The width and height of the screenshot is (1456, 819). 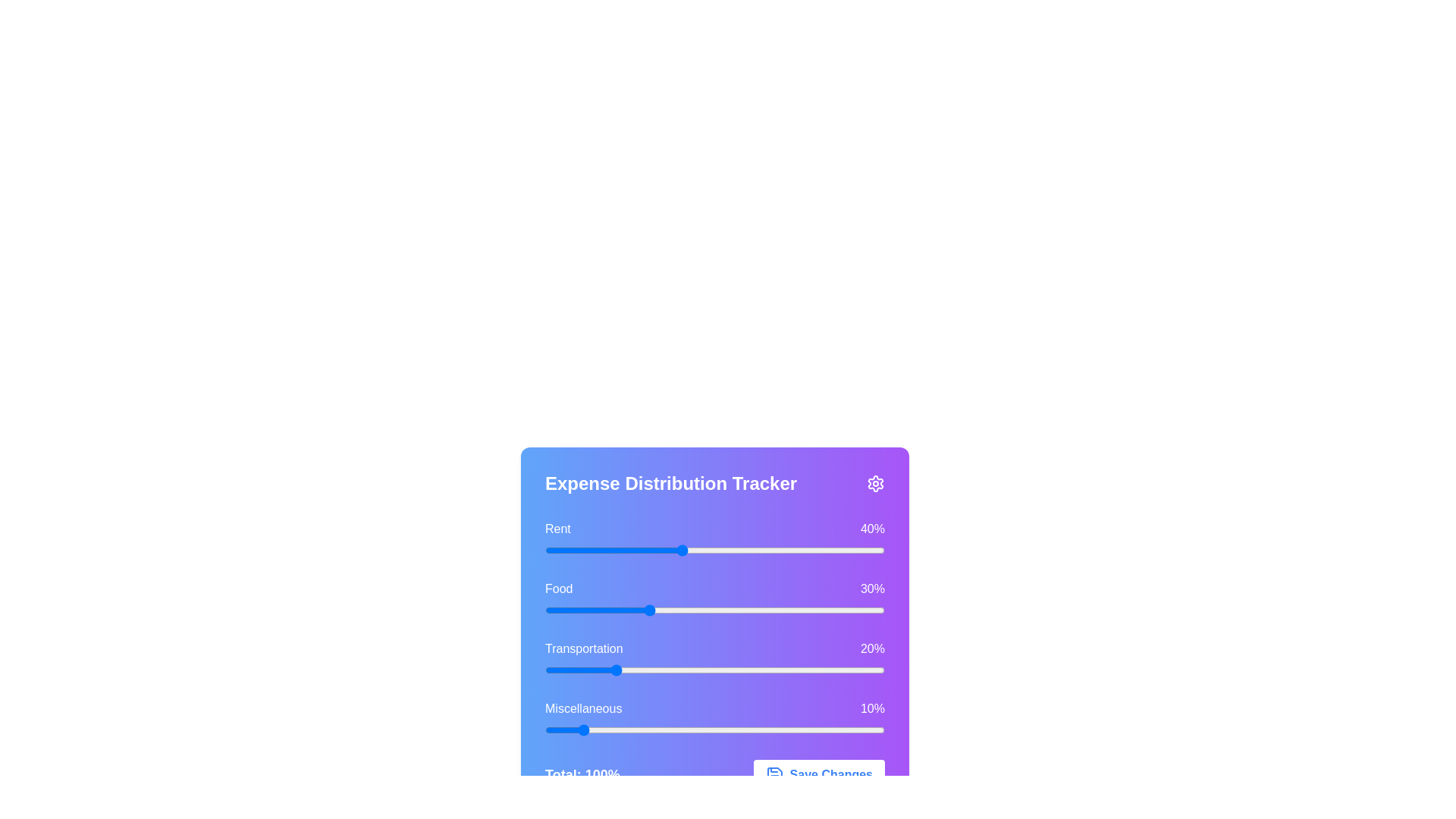 I want to click on the 'Food' allocation slider, so click(x=742, y=610).